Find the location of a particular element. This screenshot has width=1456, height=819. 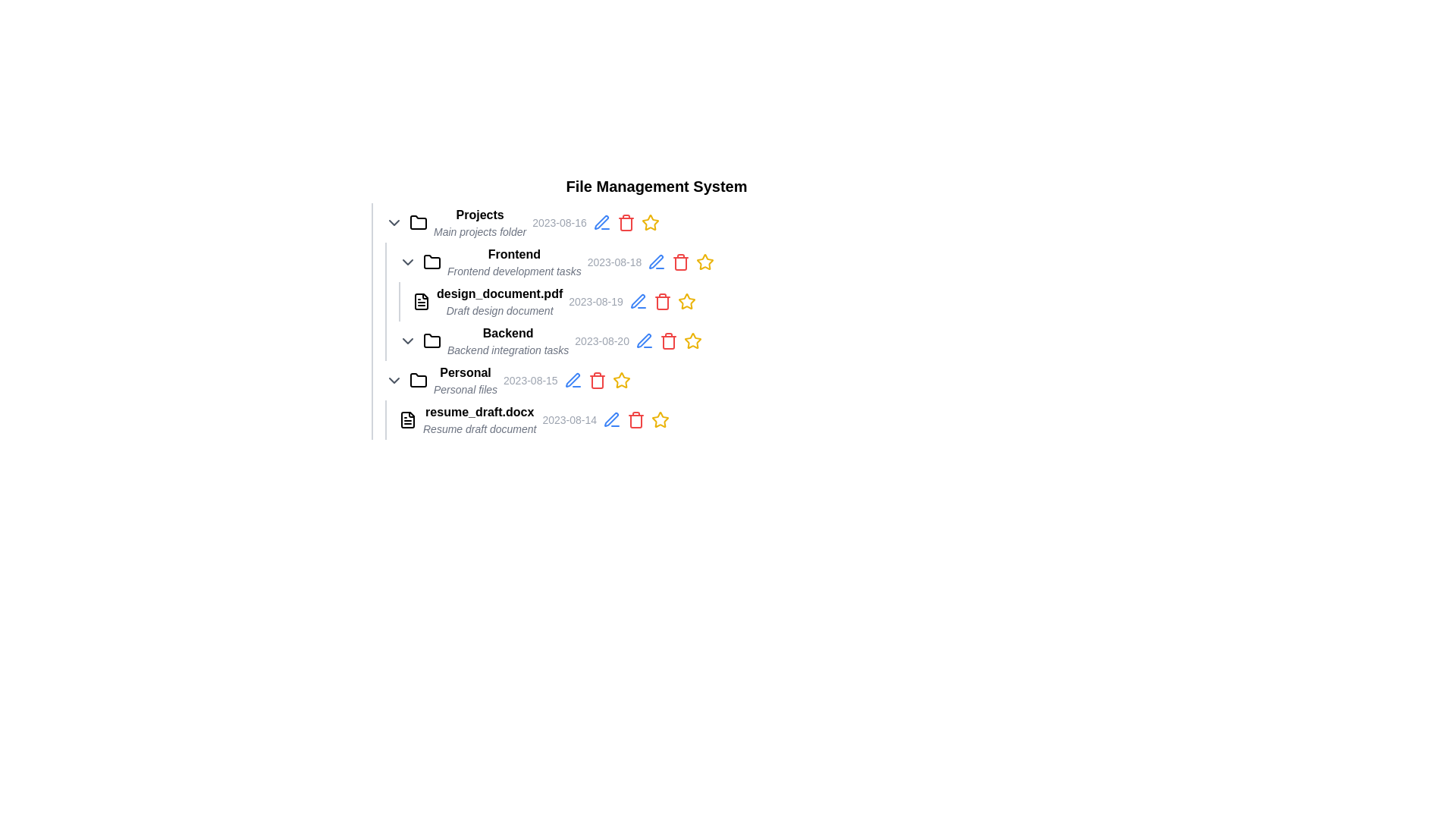

the text label displaying the date associated with the 'Projects' folder, located to the right of the title 'Projects' and left of the edit button is located at coordinates (559, 222).